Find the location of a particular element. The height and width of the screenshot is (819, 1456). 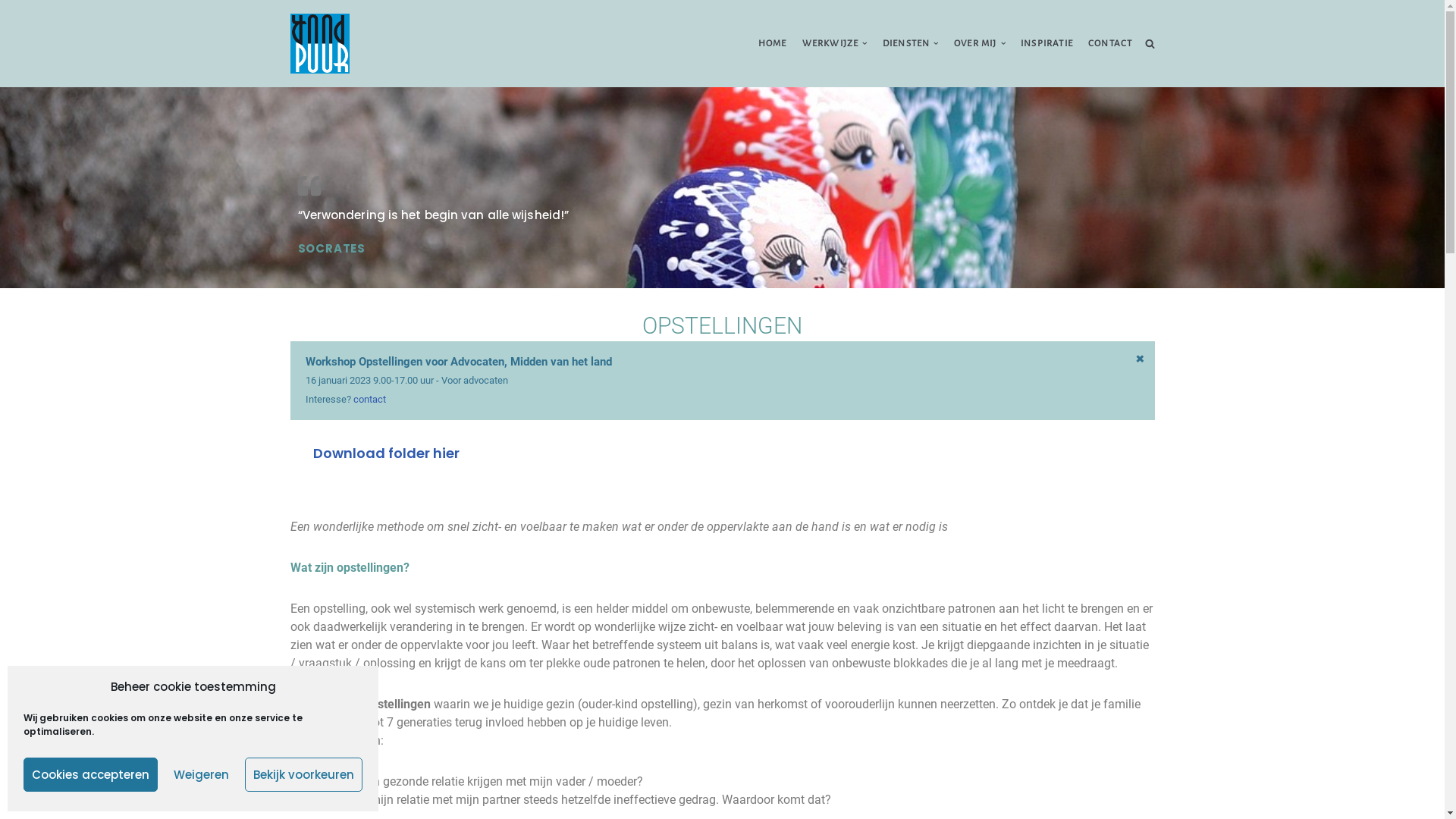

'Cookies accepteren' is located at coordinates (89, 774).